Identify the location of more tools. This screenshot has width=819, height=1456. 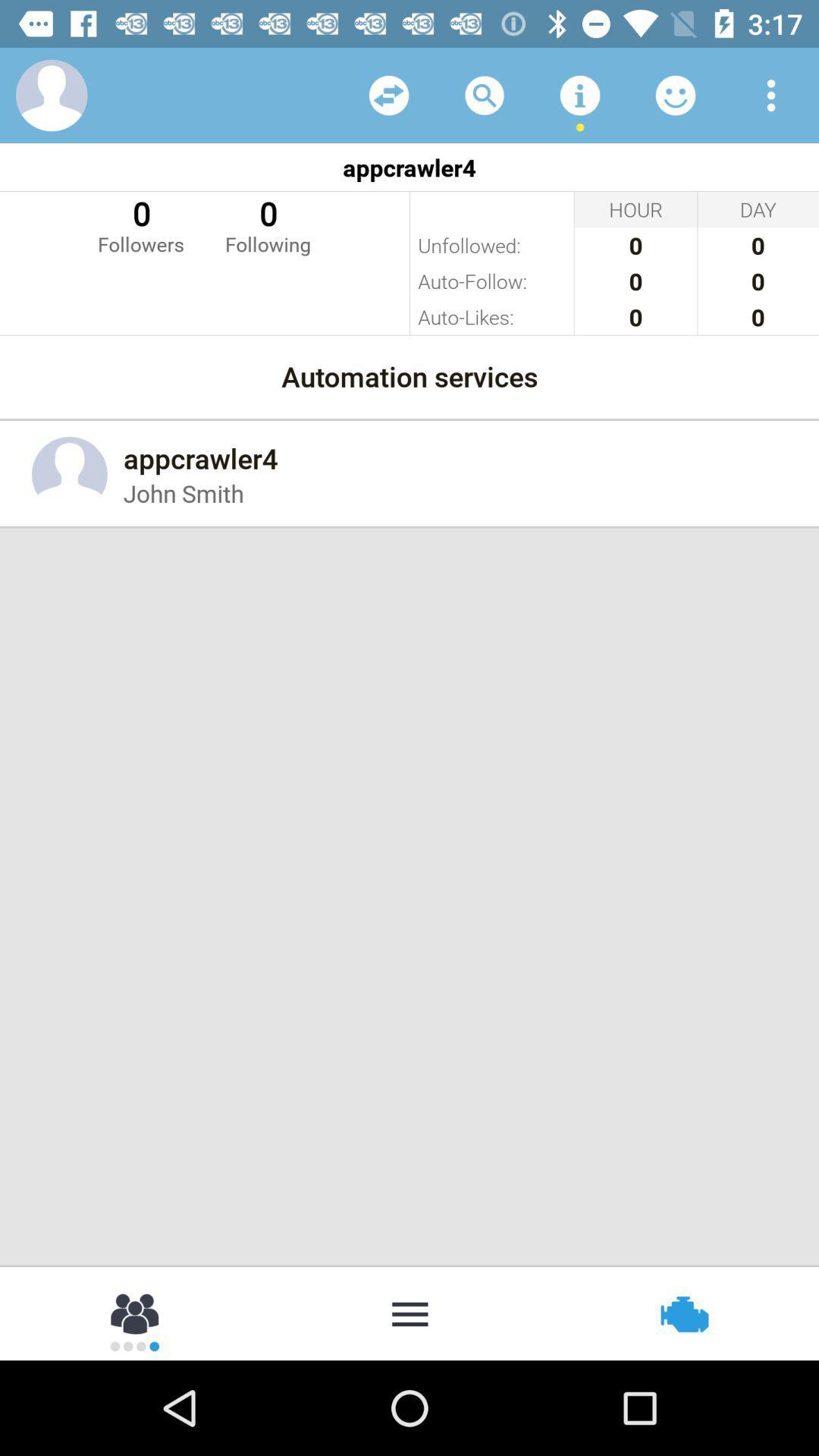
(579, 94).